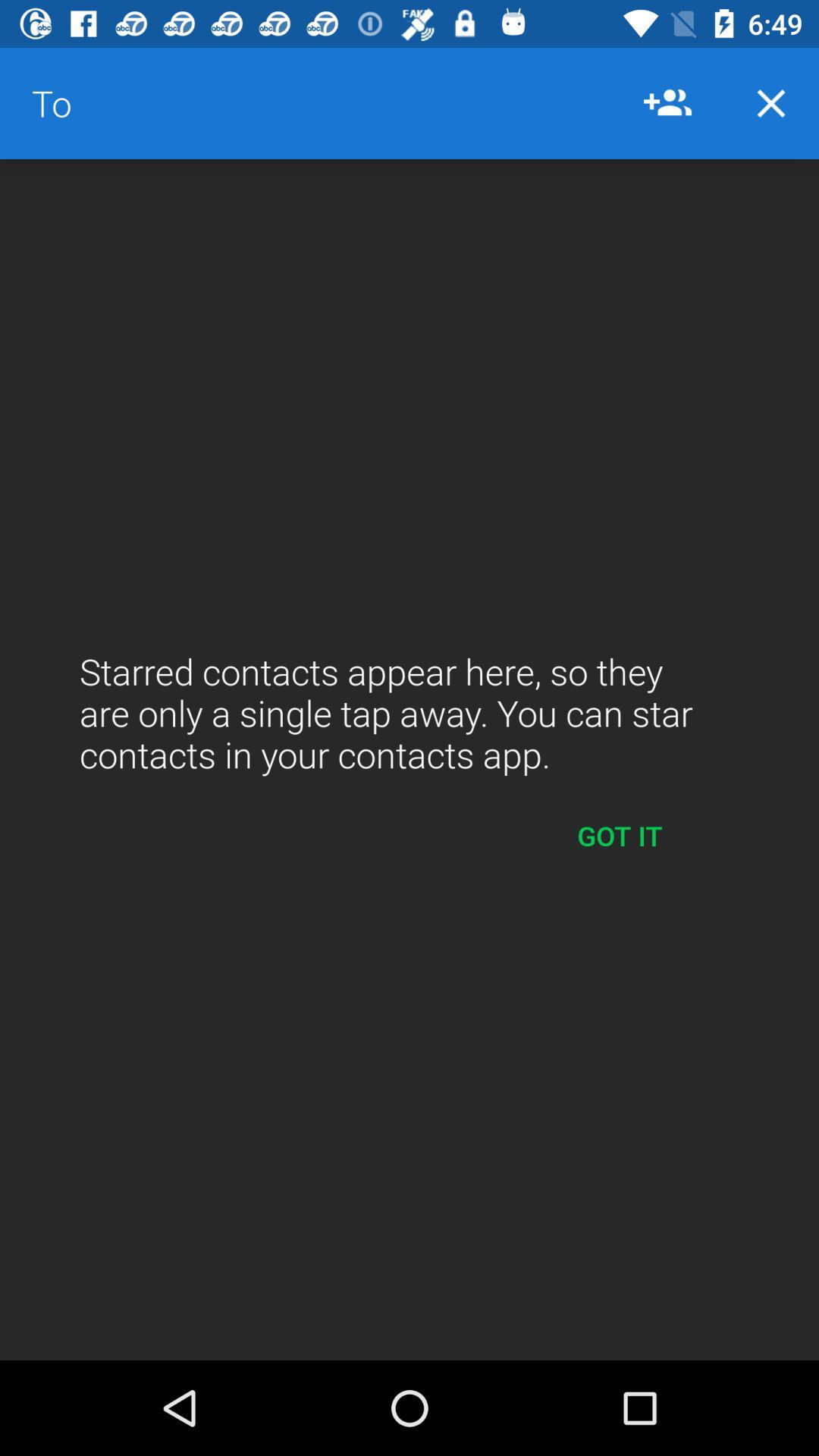 This screenshot has height=1456, width=819. What do you see at coordinates (675, 102) in the screenshot?
I see `the follow icon` at bounding box center [675, 102].